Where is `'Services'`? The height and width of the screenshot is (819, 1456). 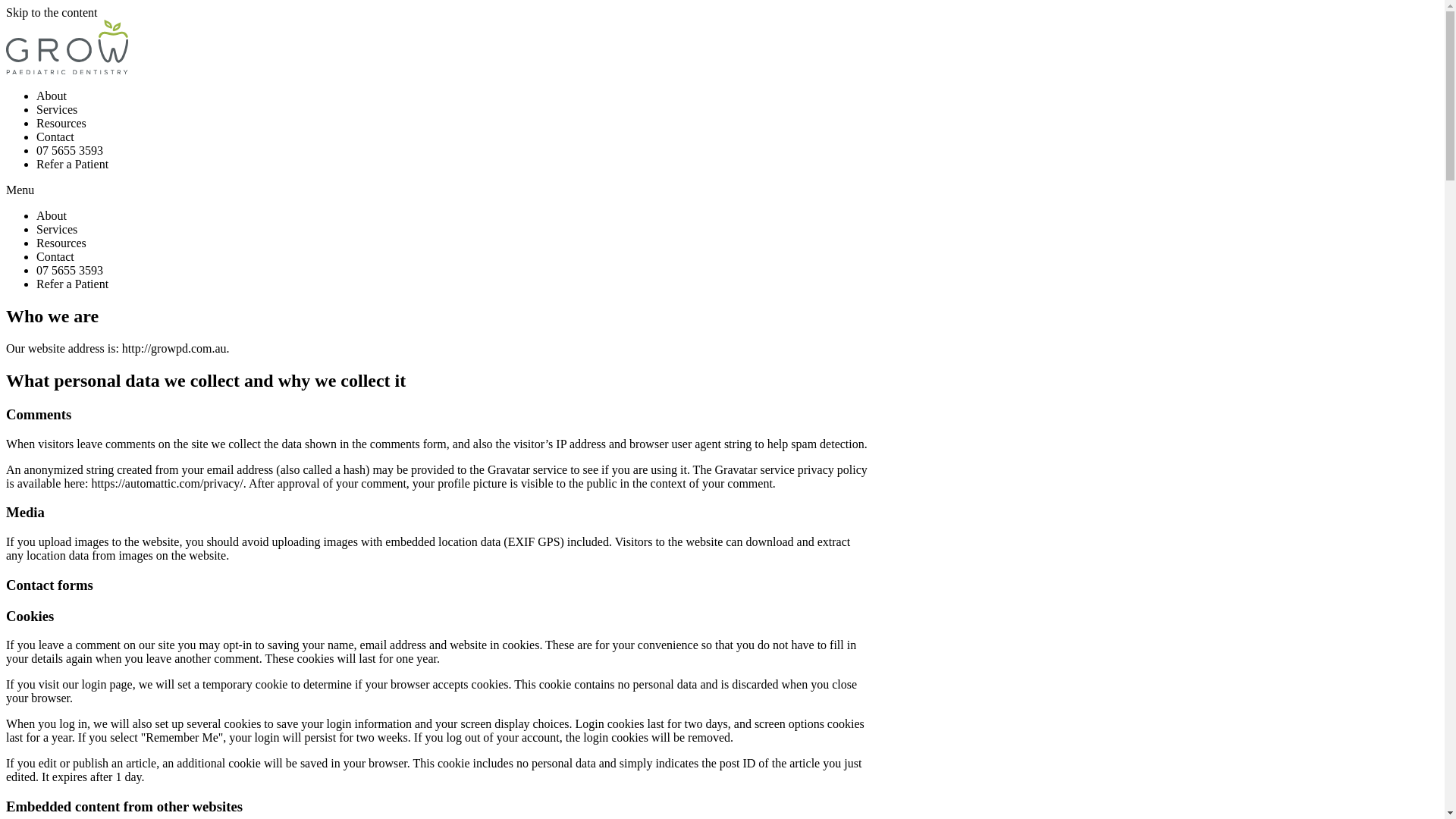
'Services' is located at coordinates (36, 229).